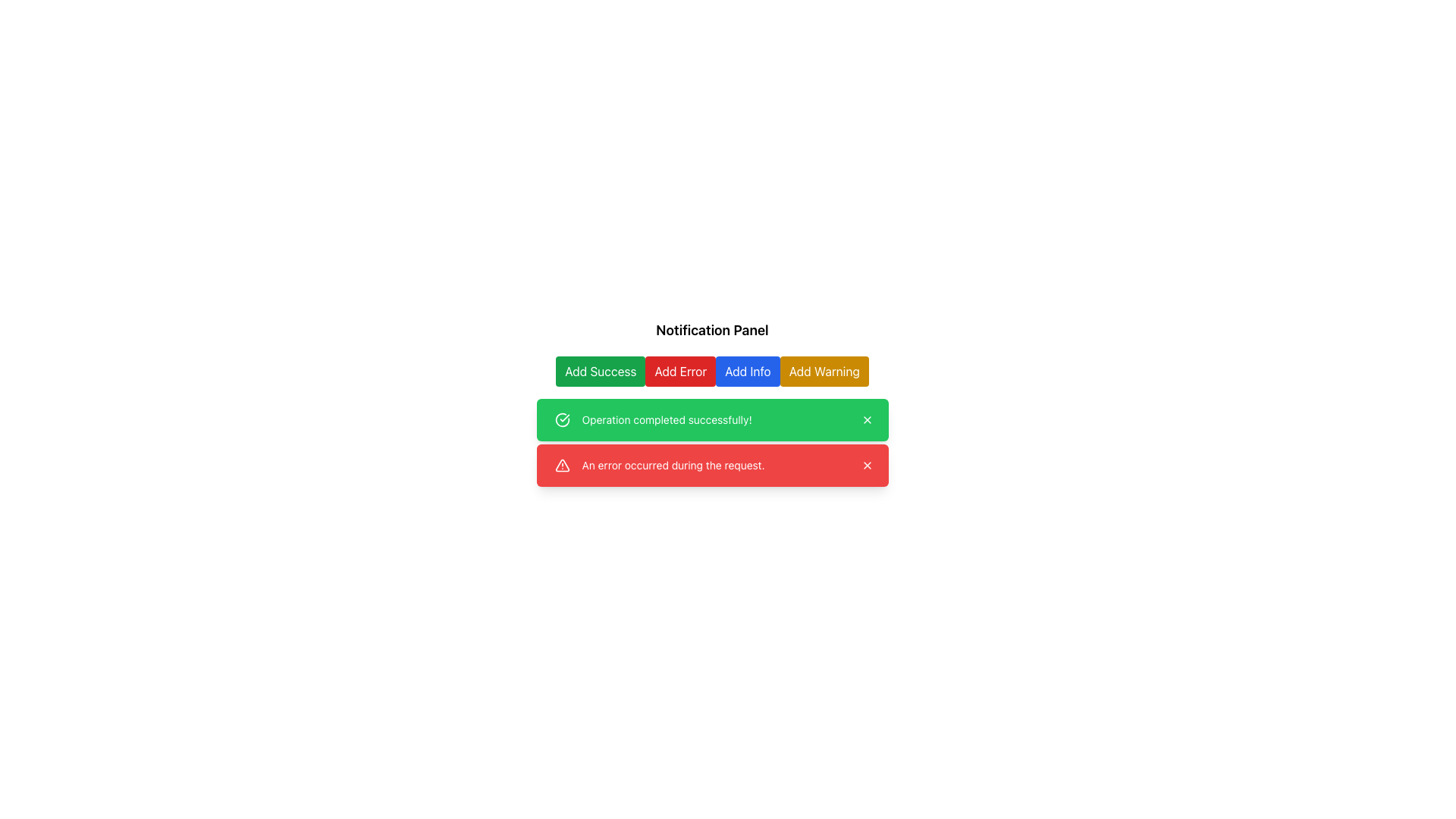 This screenshot has height=819, width=1456. Describe the element at coordinates (561, 420) in the screenshot. I see `the confirmation icon located on the left side of the green notification banner indicating success, adjacent to the text 'Operation completed successfully!'` at that location.